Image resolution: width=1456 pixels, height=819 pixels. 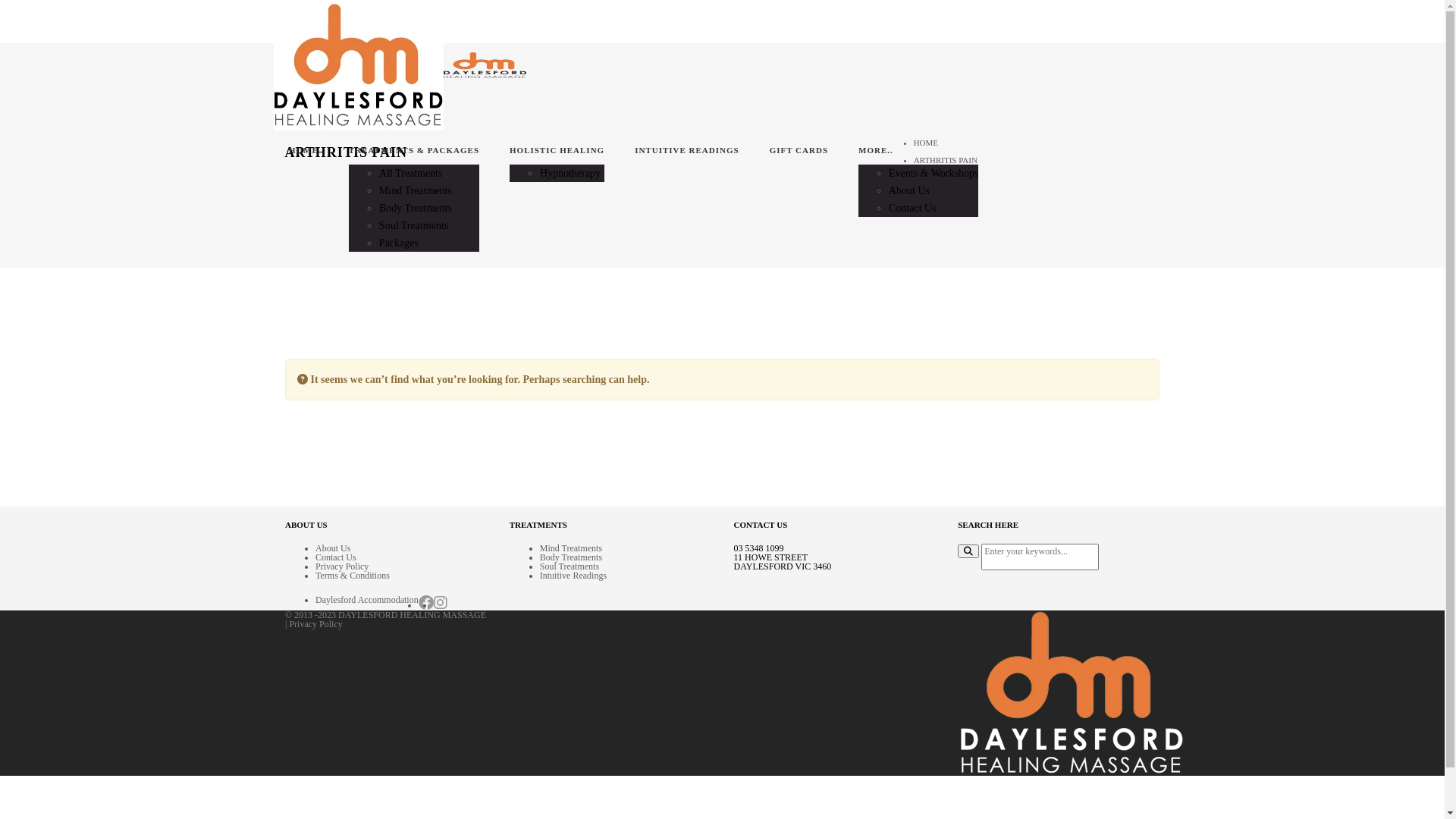 I want to click on 'Mind Treatments', so click(x=570, y=548).